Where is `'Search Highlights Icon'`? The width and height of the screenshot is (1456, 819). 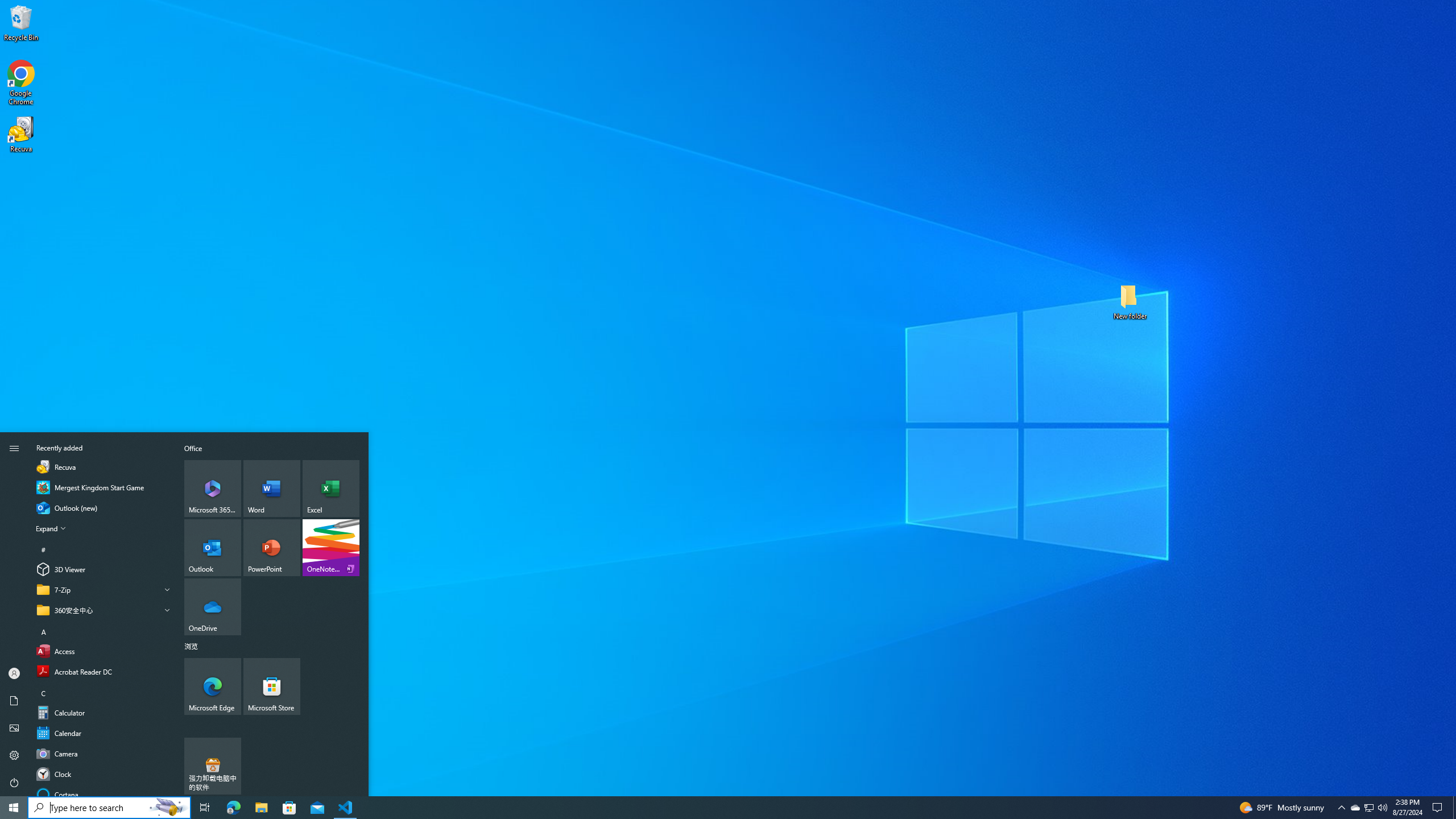
'Search Highlights Icon' is located at coordinates (167, 806).